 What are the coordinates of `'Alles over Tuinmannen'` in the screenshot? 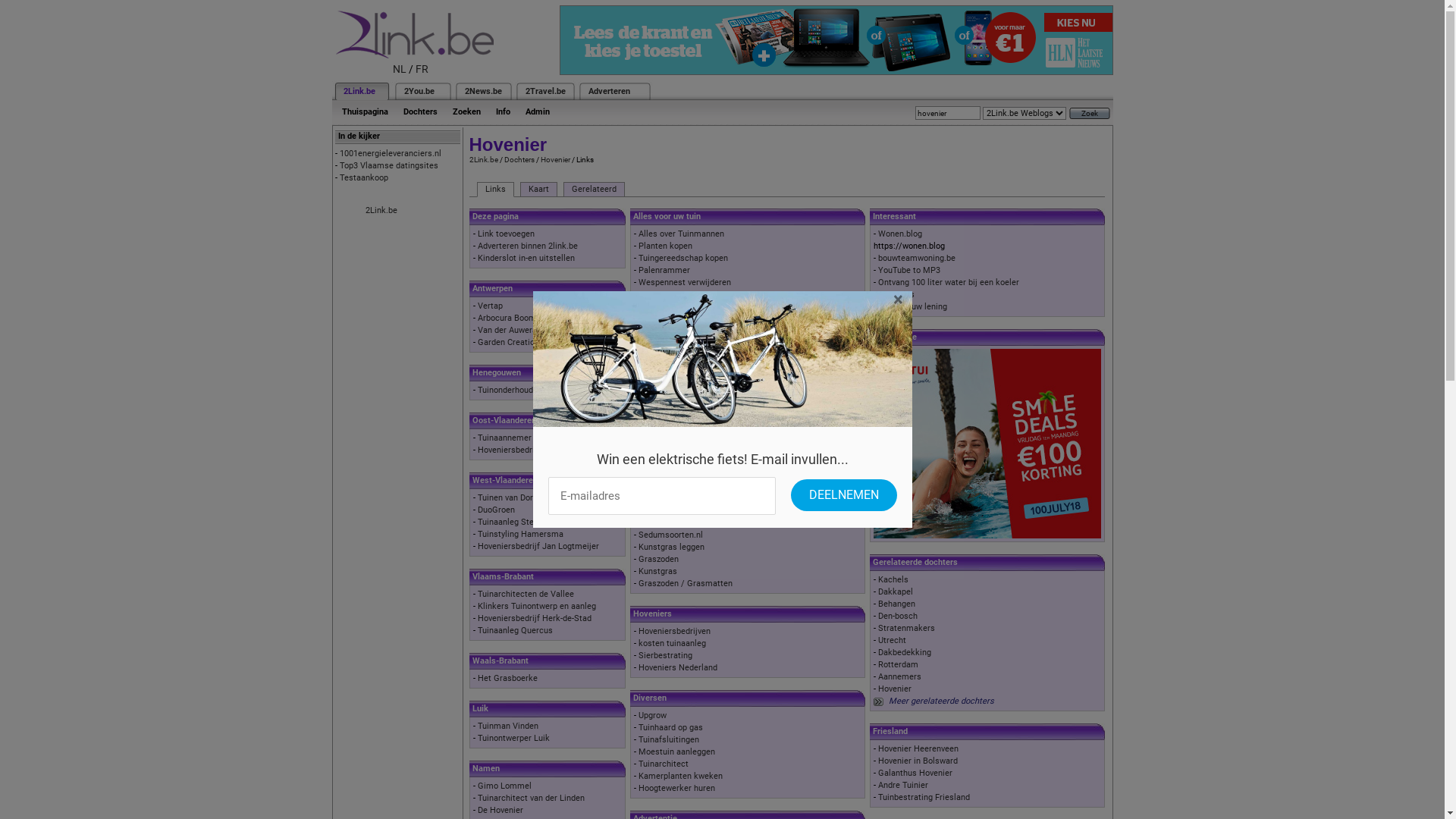 It's located at (680, 234).